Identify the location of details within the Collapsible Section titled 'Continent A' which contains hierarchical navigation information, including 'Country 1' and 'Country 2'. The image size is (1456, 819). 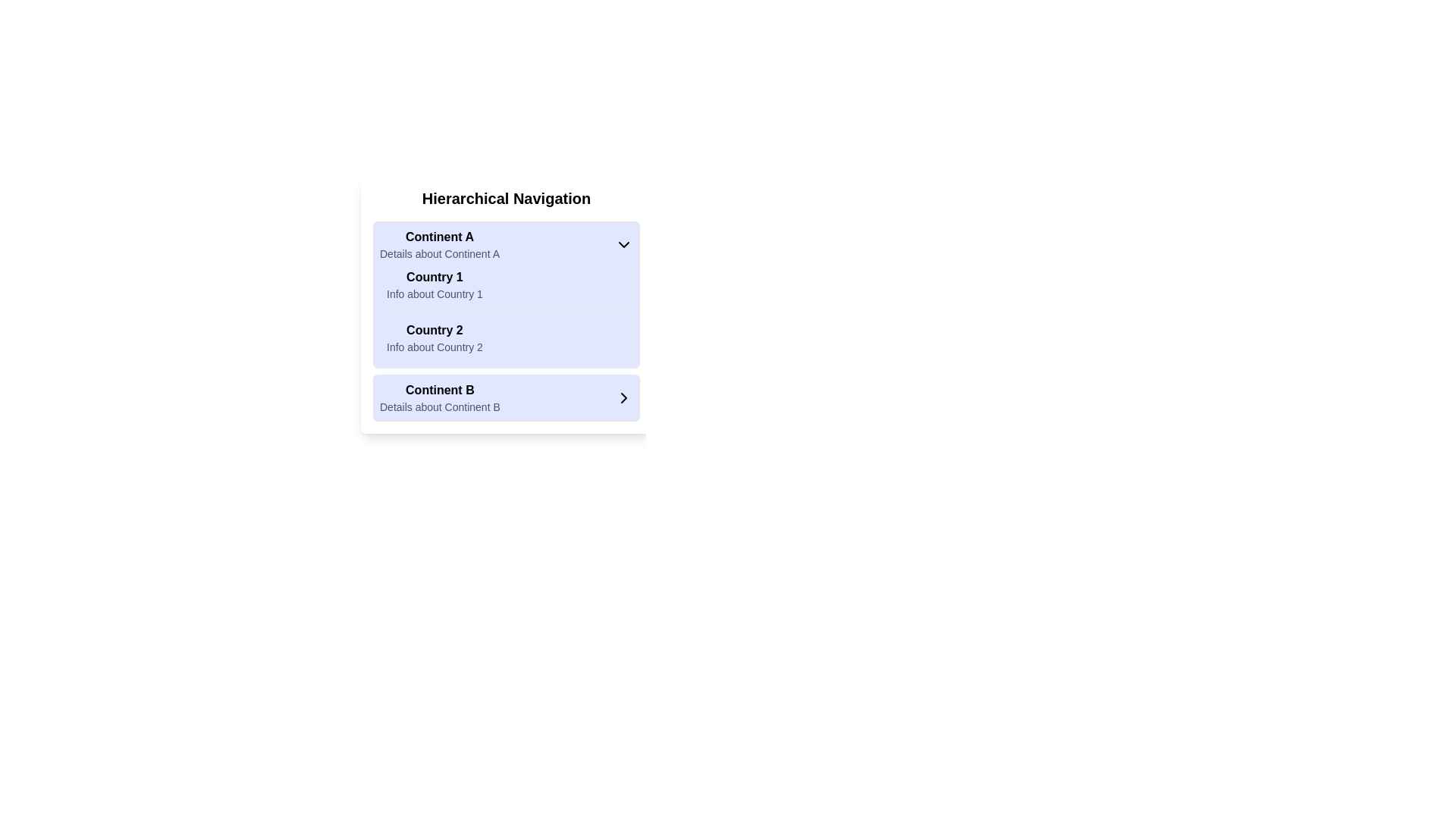
(506, 295).